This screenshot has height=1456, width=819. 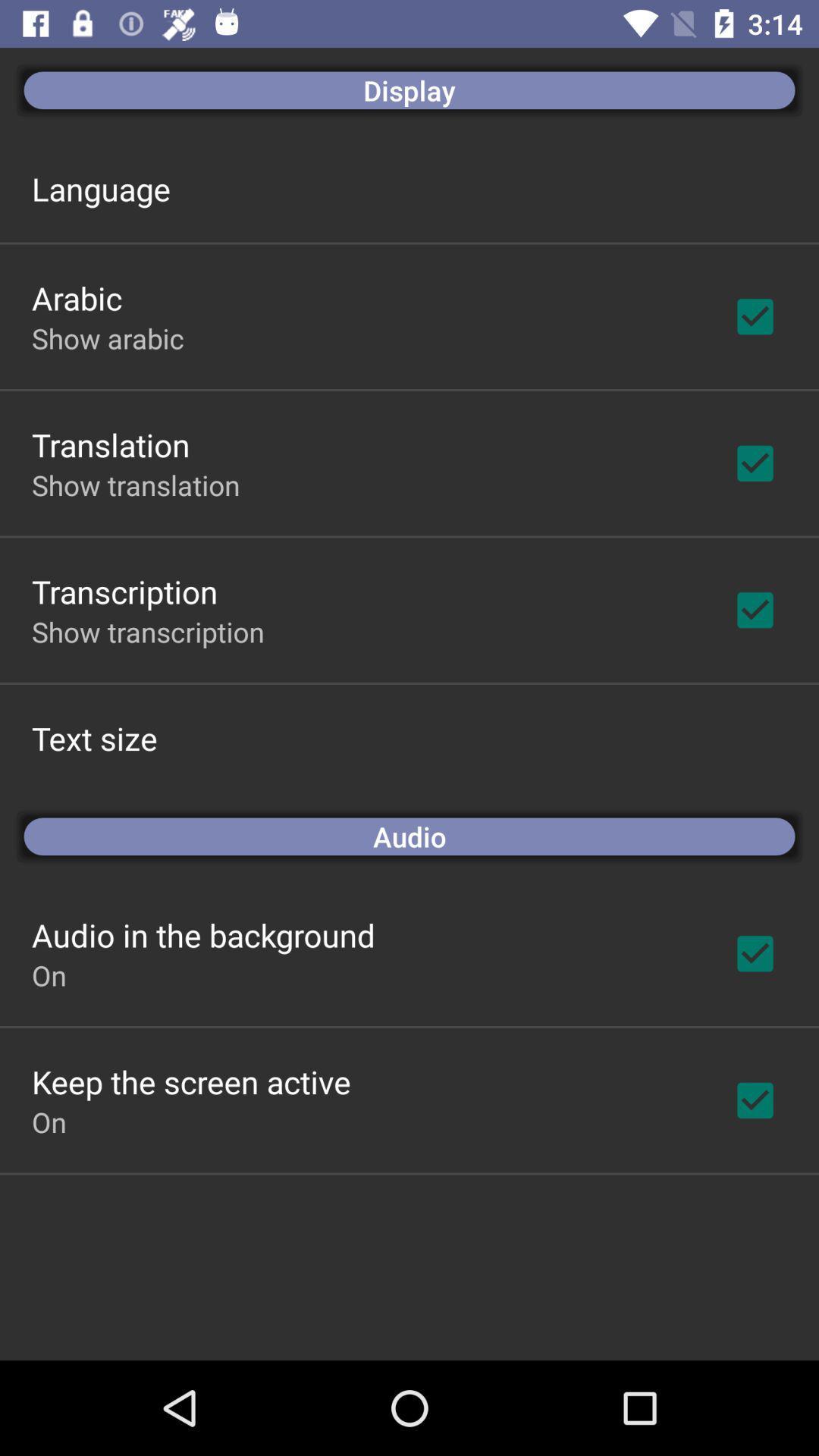 I want to click on the show arabic icon, so click(x=107, y=337).